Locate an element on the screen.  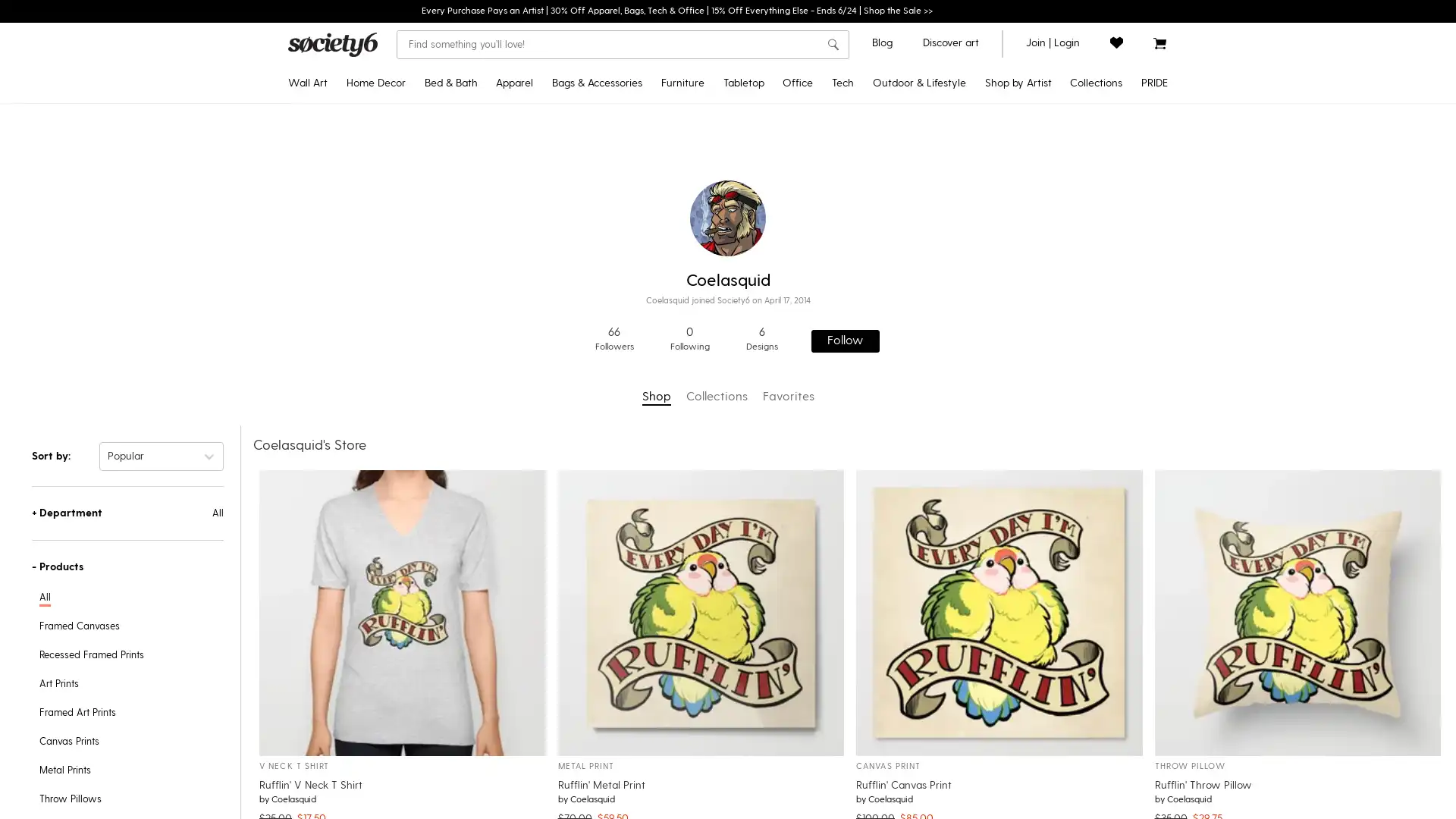
Support Ukrainian Artists is located at coordinates (977, 268).